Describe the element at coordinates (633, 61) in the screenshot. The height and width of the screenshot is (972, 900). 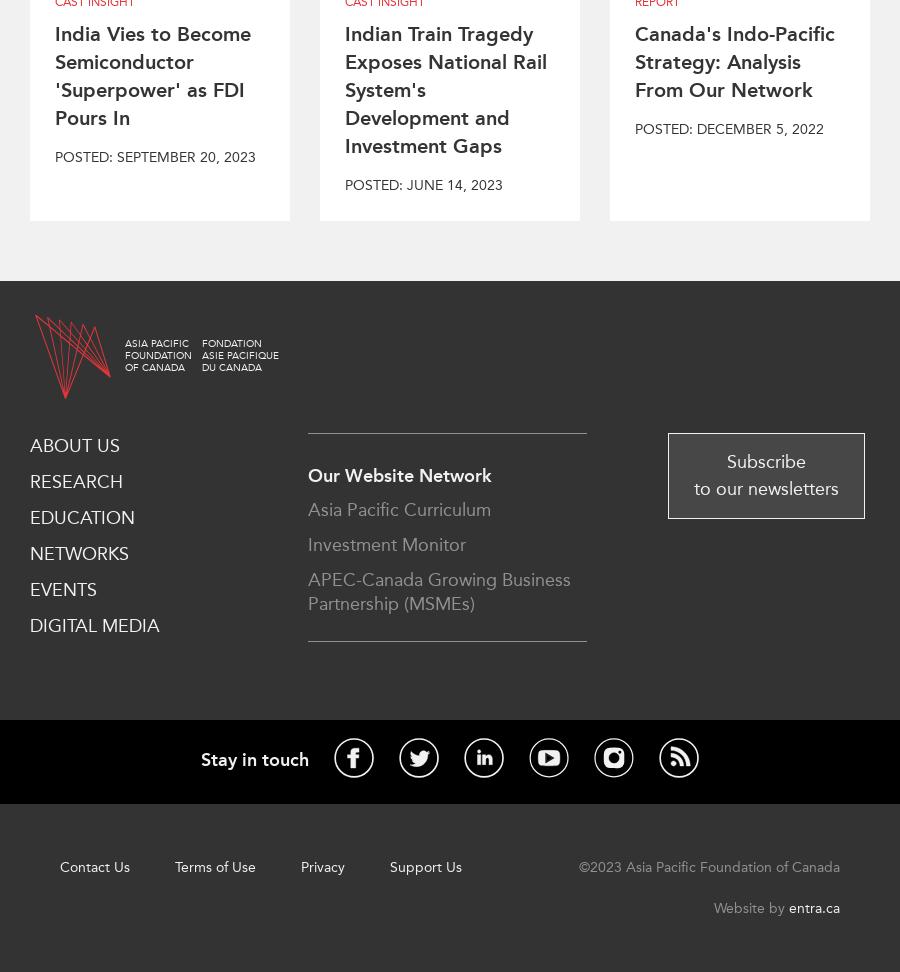
I see `'Canada's Indo-Pacific Strategy: Analysis From Our Network'` at that location.